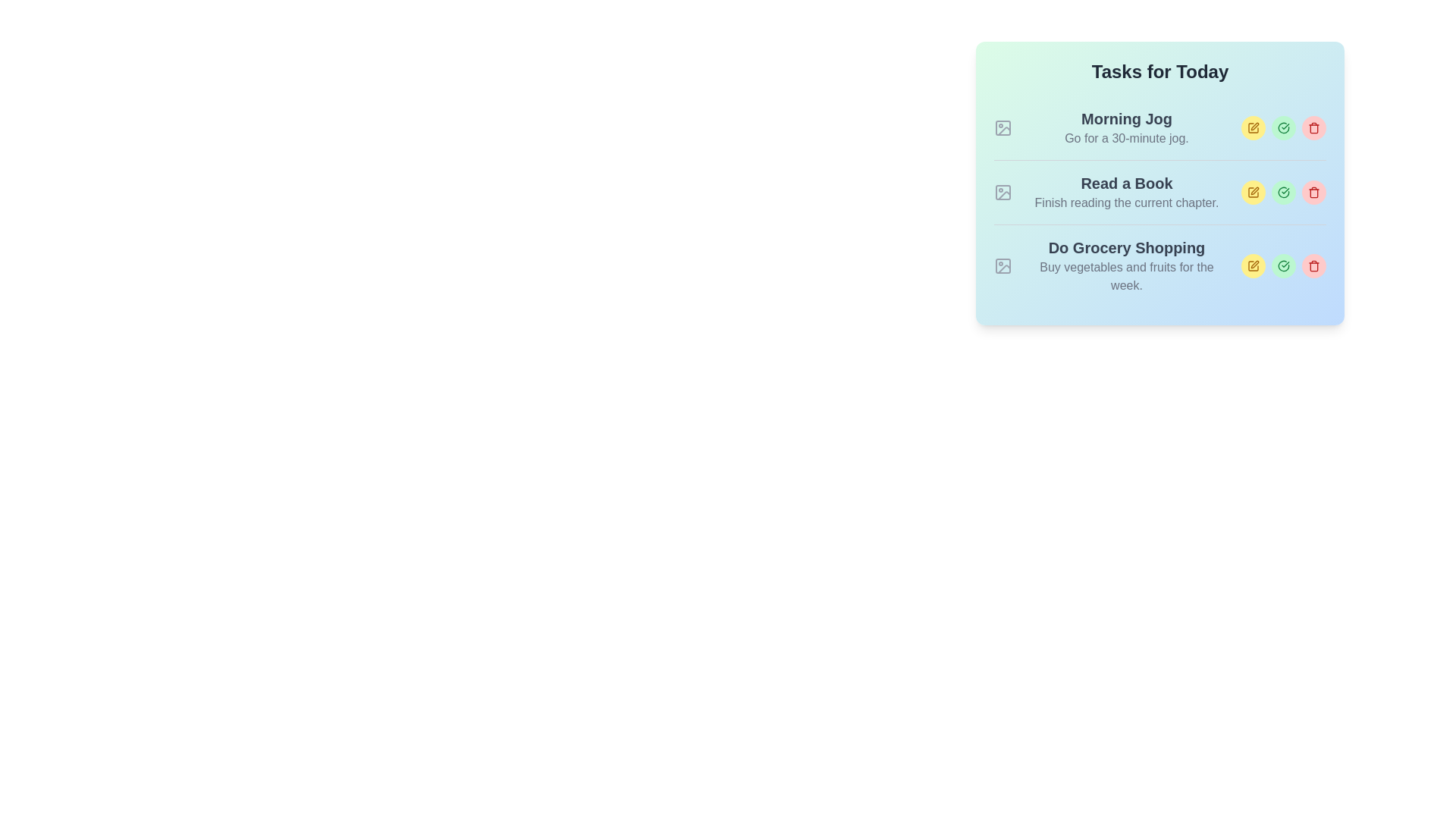 The height and width of the screenshot is (819, 1456). What do you see at coordinates (1127, 138) in the screenshot?
I see `text element containing the phrase 'Go for a 30-minute jog.' located below the title 'Morning Jog' in the task section under 'Tasks for Today'` at bounding box center [1127, 138].